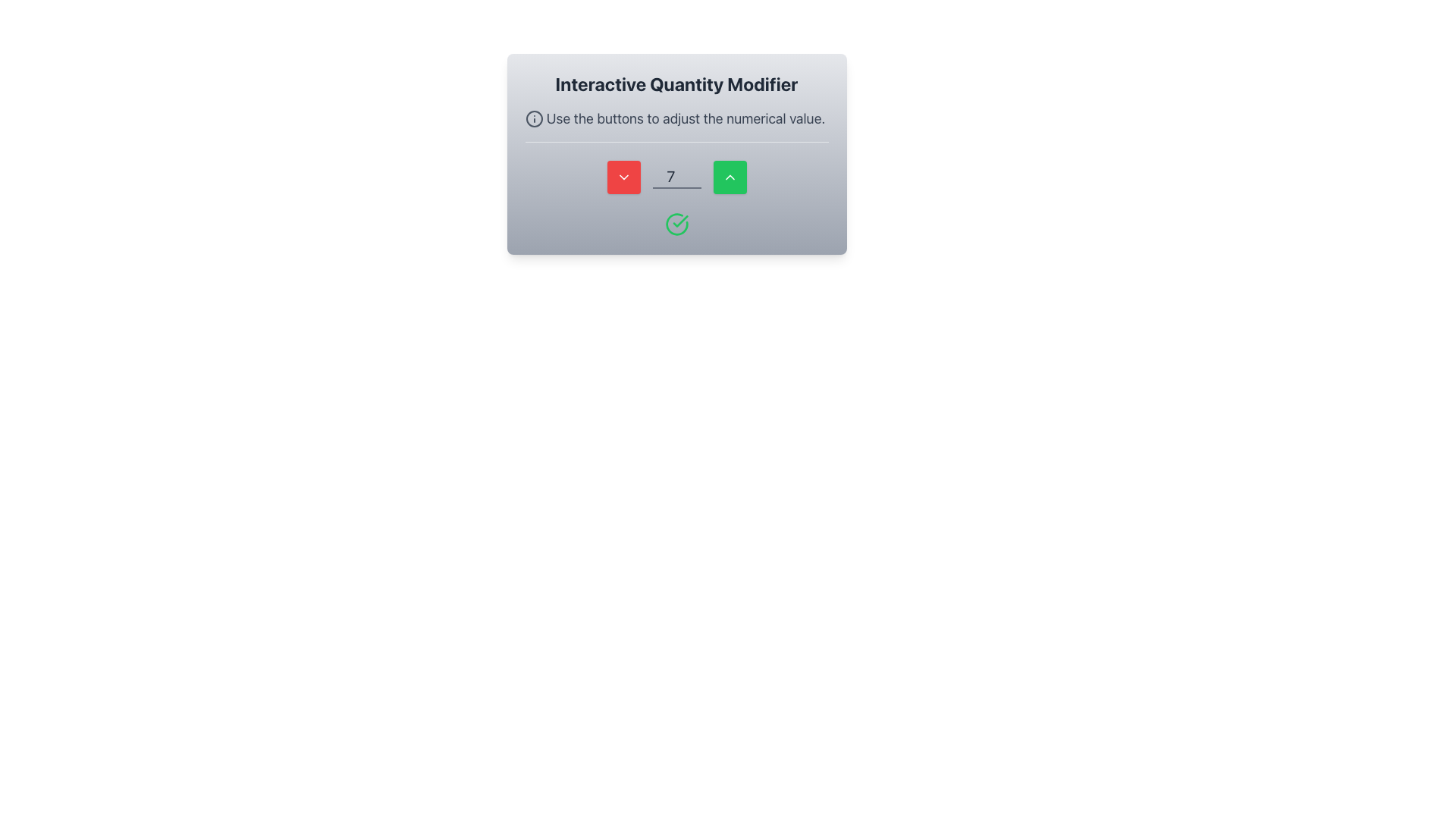  I want to click on the green button with white text and upward-pointing chevron, so click(730, 177).